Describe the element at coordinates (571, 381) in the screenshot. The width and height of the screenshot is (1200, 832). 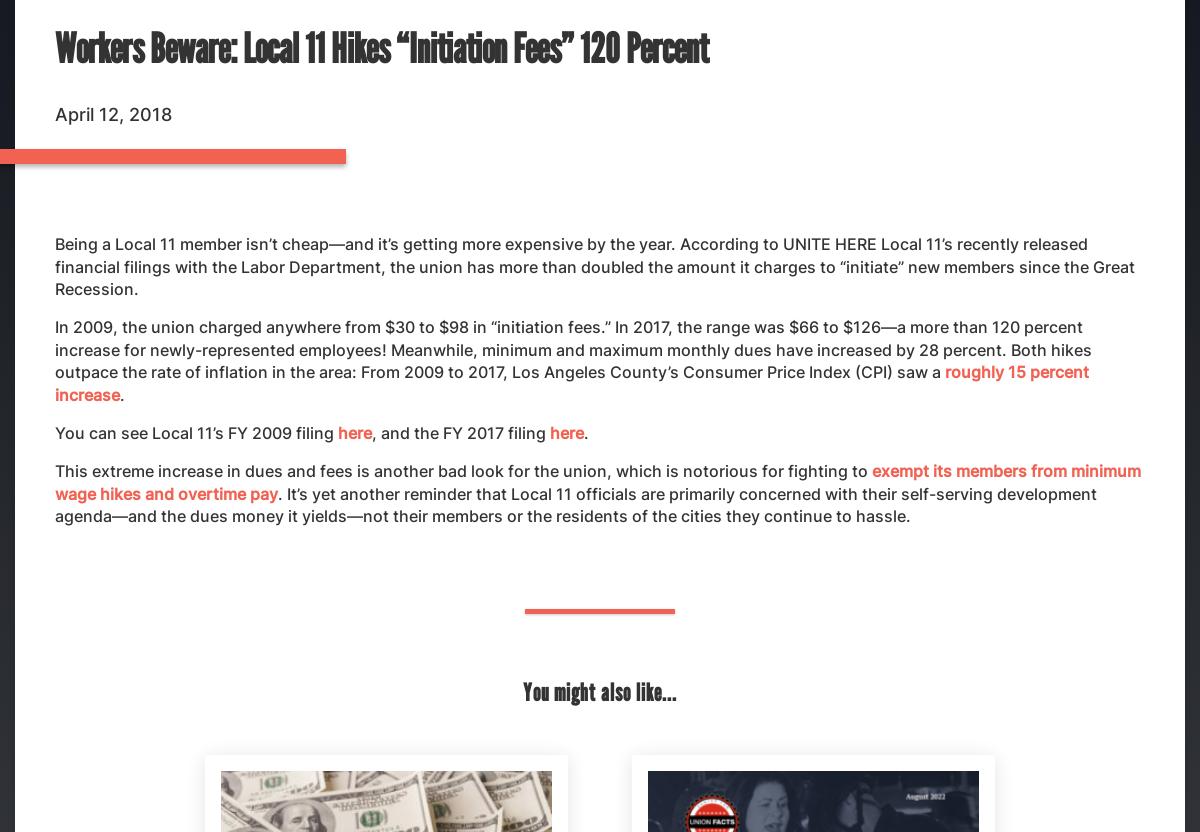
I see `'roughly 15 percent increase'` at that location.